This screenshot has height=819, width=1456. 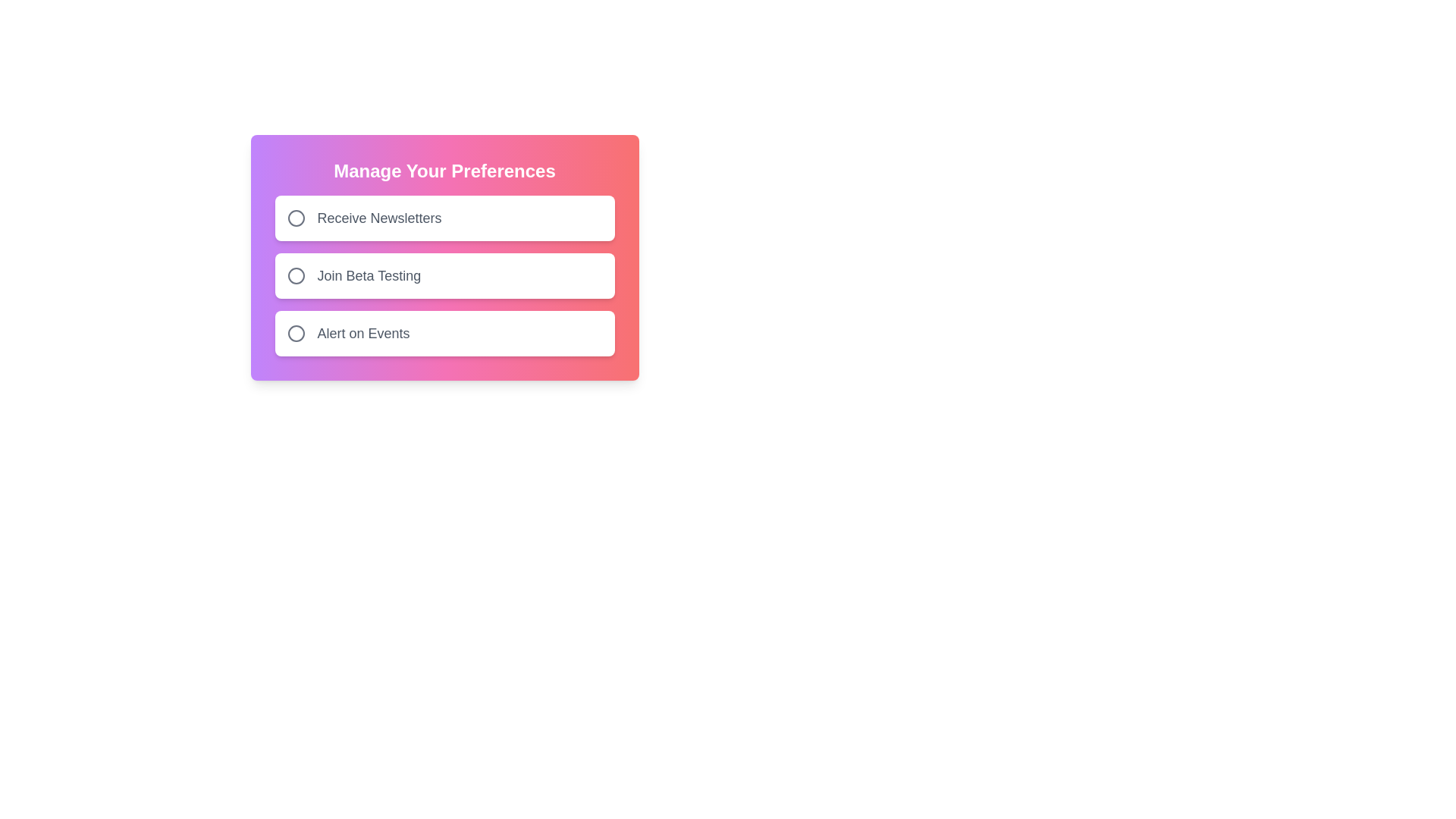 I want to click on the selectable option labeled 'Join Beta Testing' in the preferences menu, so click(x=444, y=256).